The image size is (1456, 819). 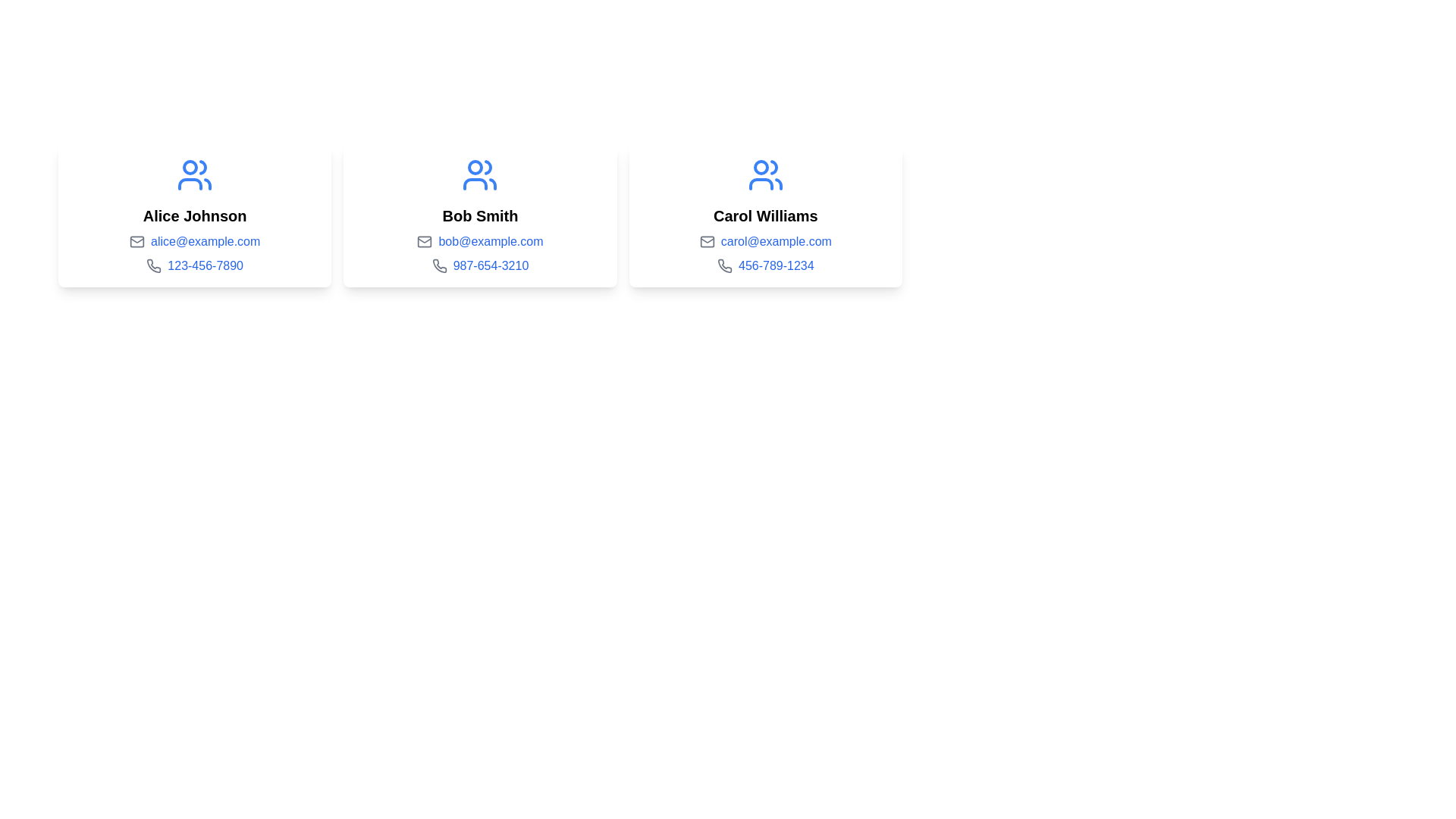 I want to click on the non-interactive decorative circular component located inside the user group icon above the text 'Carol Williams', so click(x=761, y=167).